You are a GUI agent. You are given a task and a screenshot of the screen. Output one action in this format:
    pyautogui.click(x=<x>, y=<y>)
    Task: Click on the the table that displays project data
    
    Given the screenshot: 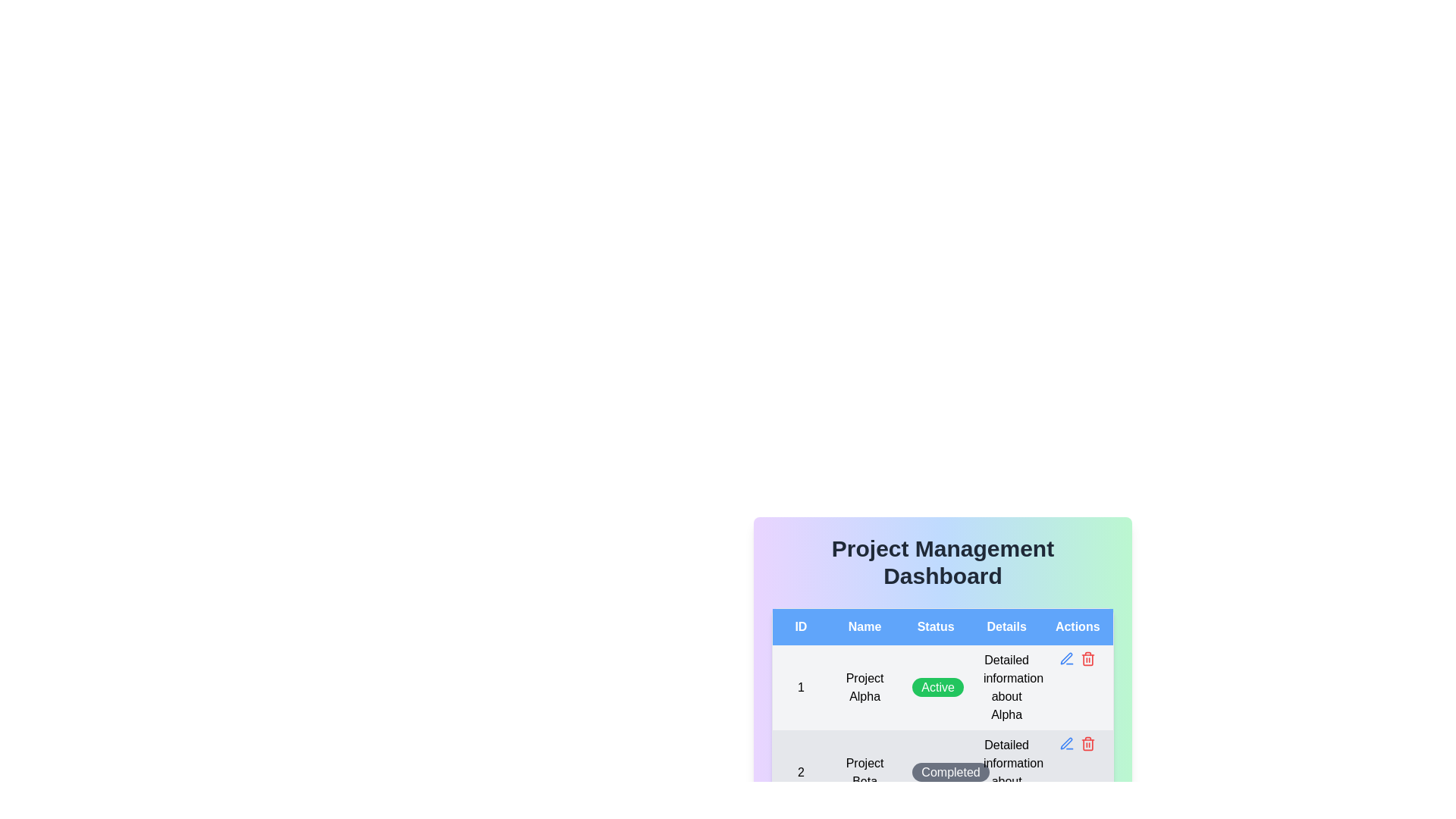 What is the action you would take?
    pyautogui.click(x=942, y=711)
    